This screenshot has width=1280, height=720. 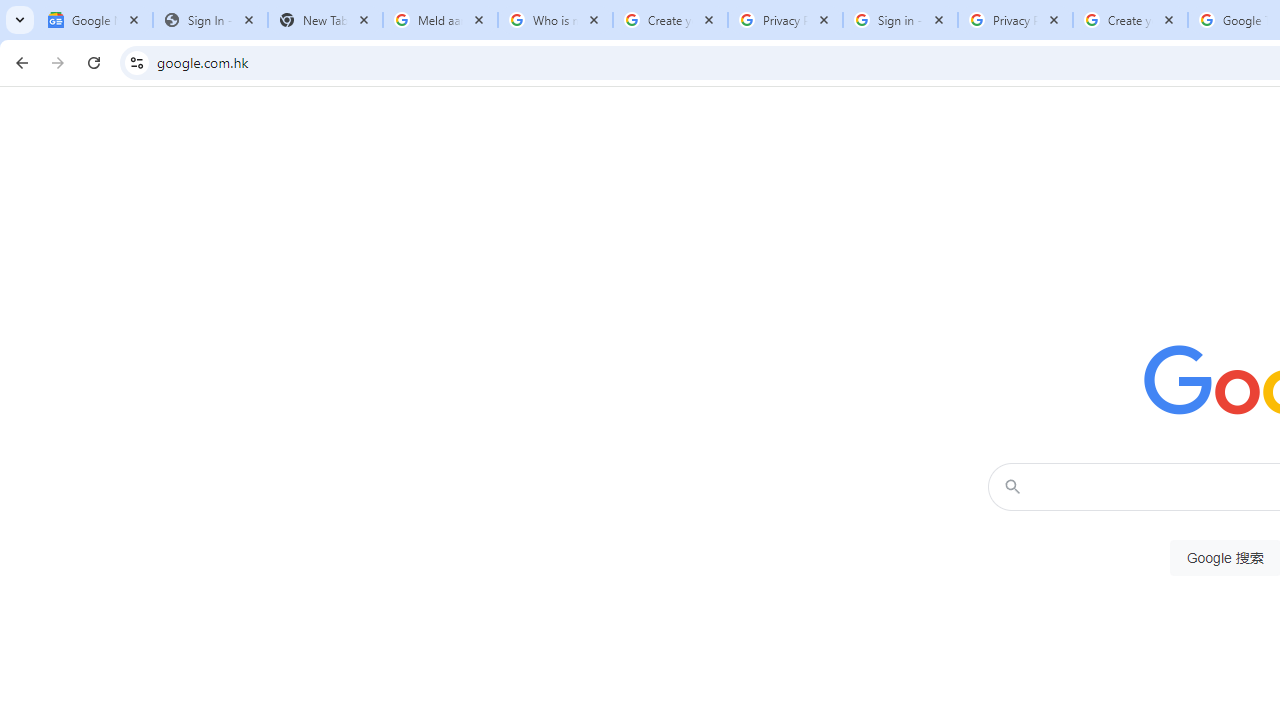 I want to click on 'Create your Google Account', so click(x=1130, y=20).